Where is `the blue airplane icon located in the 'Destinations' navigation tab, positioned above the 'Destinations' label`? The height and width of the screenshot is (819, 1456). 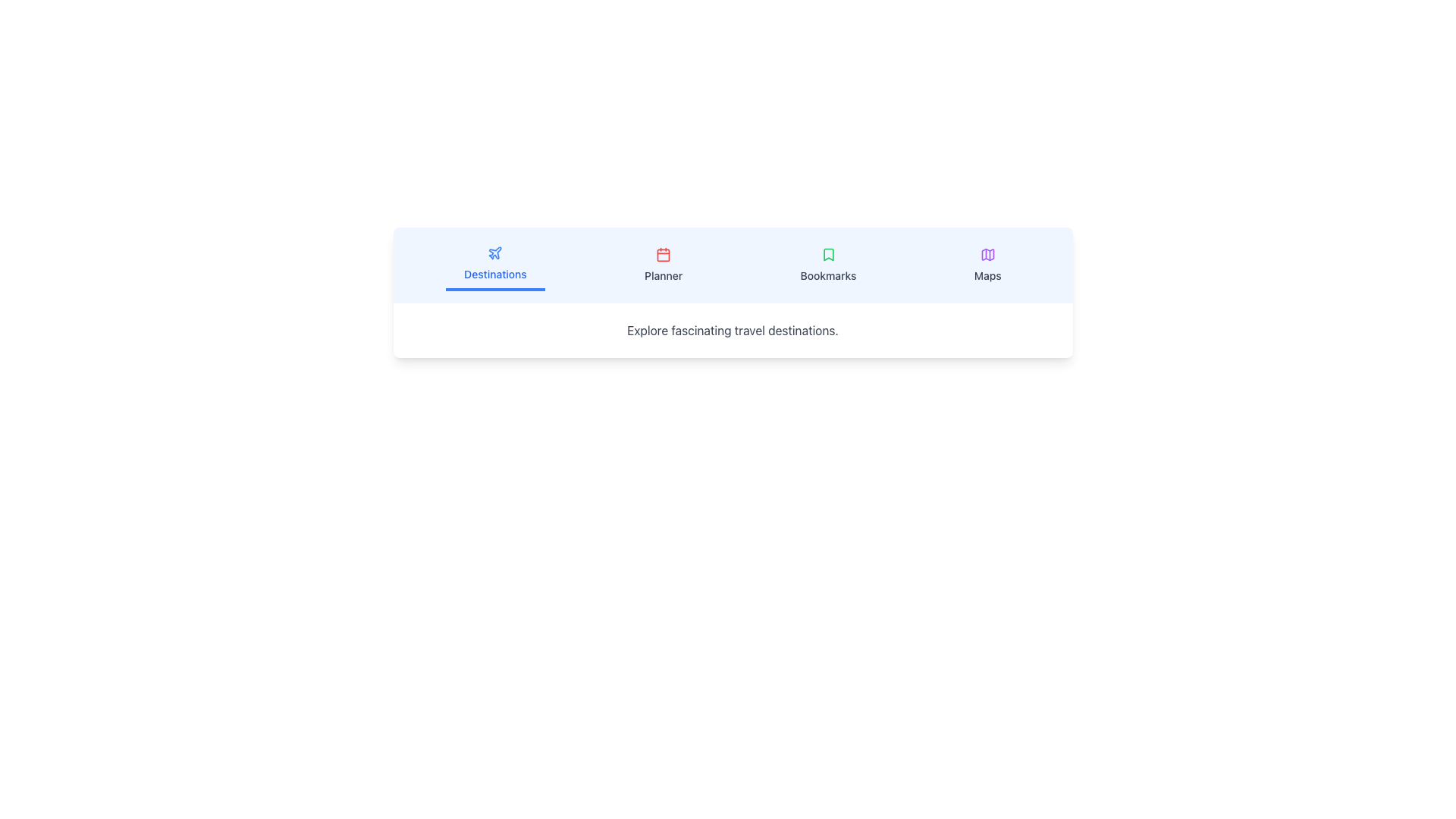
the blue airplane icon located in the 'Destinations' navigation tab, positioned above the 'Destinations' label is located at coordinates (495, 253).